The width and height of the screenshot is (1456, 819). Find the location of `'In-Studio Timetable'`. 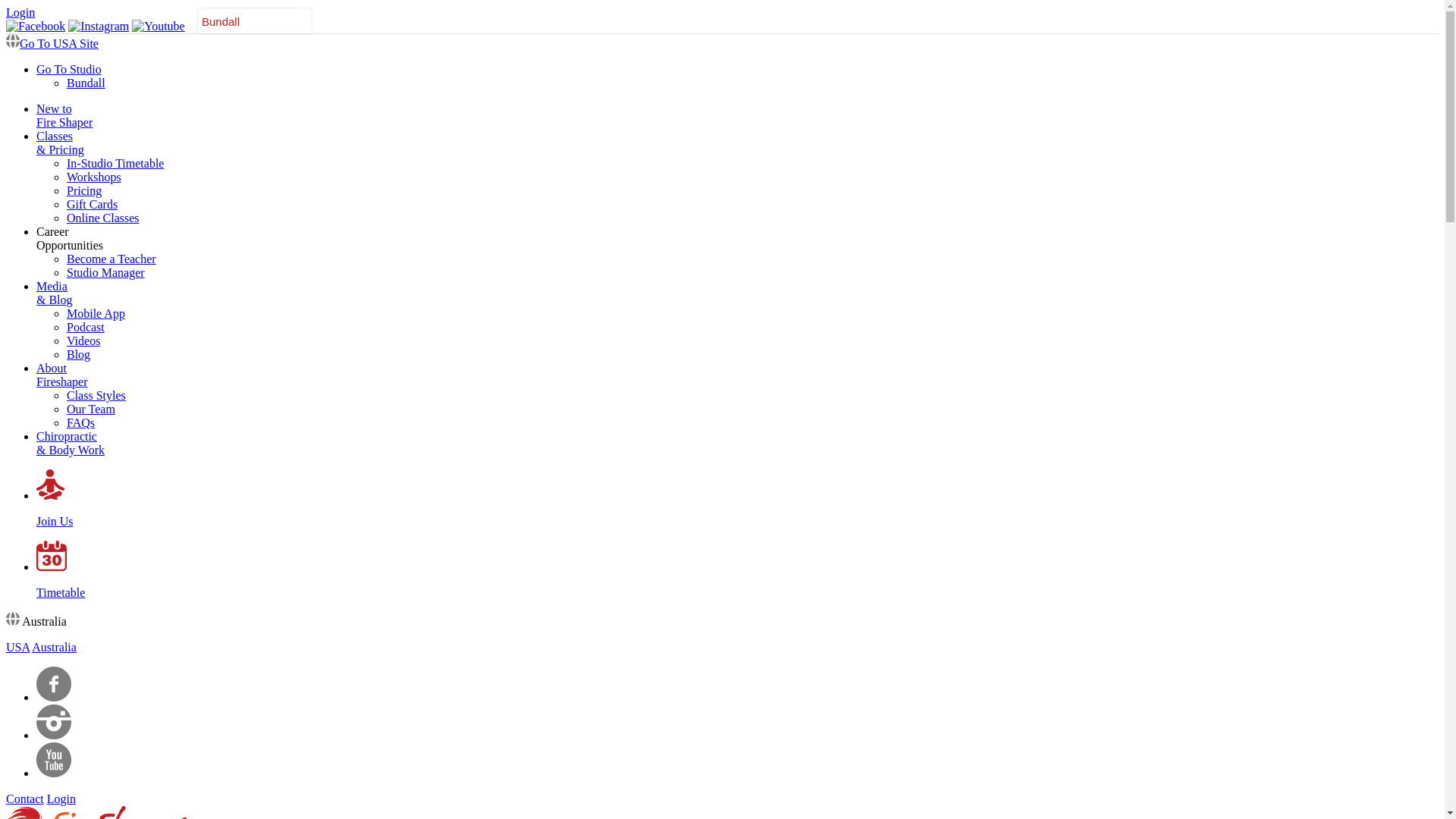

'In-Studio Timetable' is located at coordinates (115, 163).